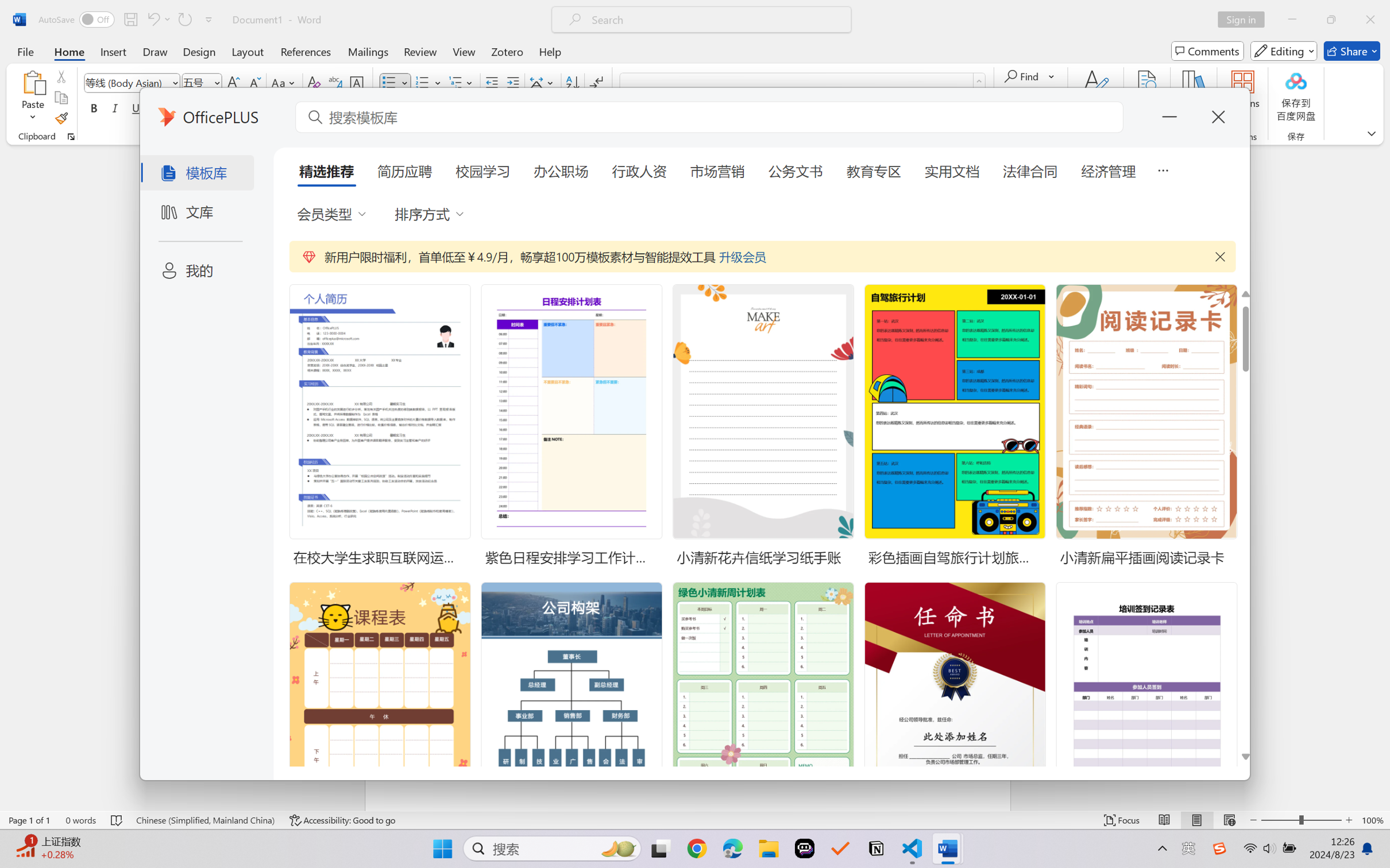 The image size is (1390, 868). Describe the element at coordinates (1163, 169) in the screenshot. I see `'5 more tabs'` at that location.